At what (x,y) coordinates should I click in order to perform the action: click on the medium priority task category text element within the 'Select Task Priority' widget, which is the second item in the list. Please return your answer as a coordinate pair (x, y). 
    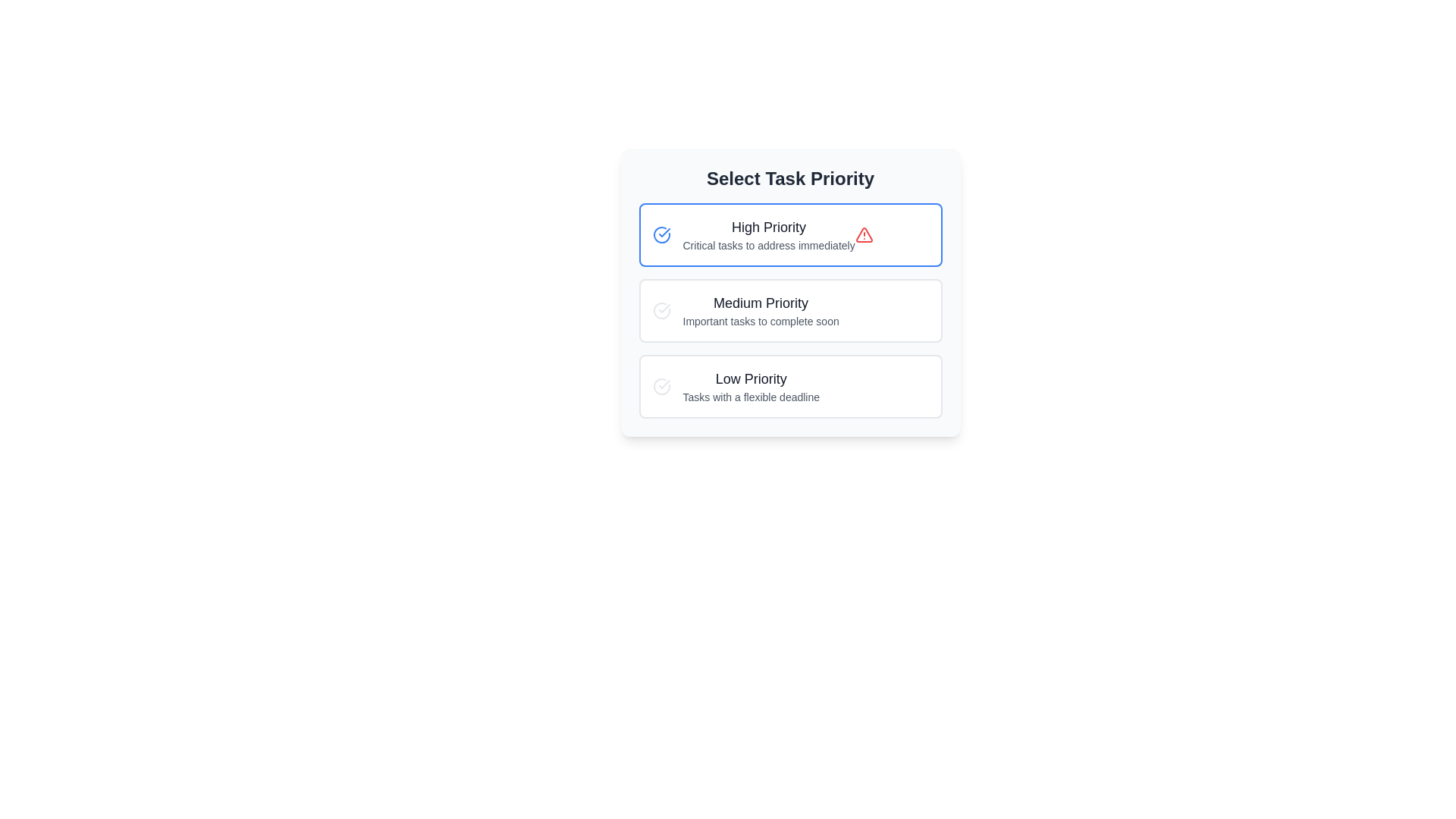
    Looking at the image, I should click on (745, 309).